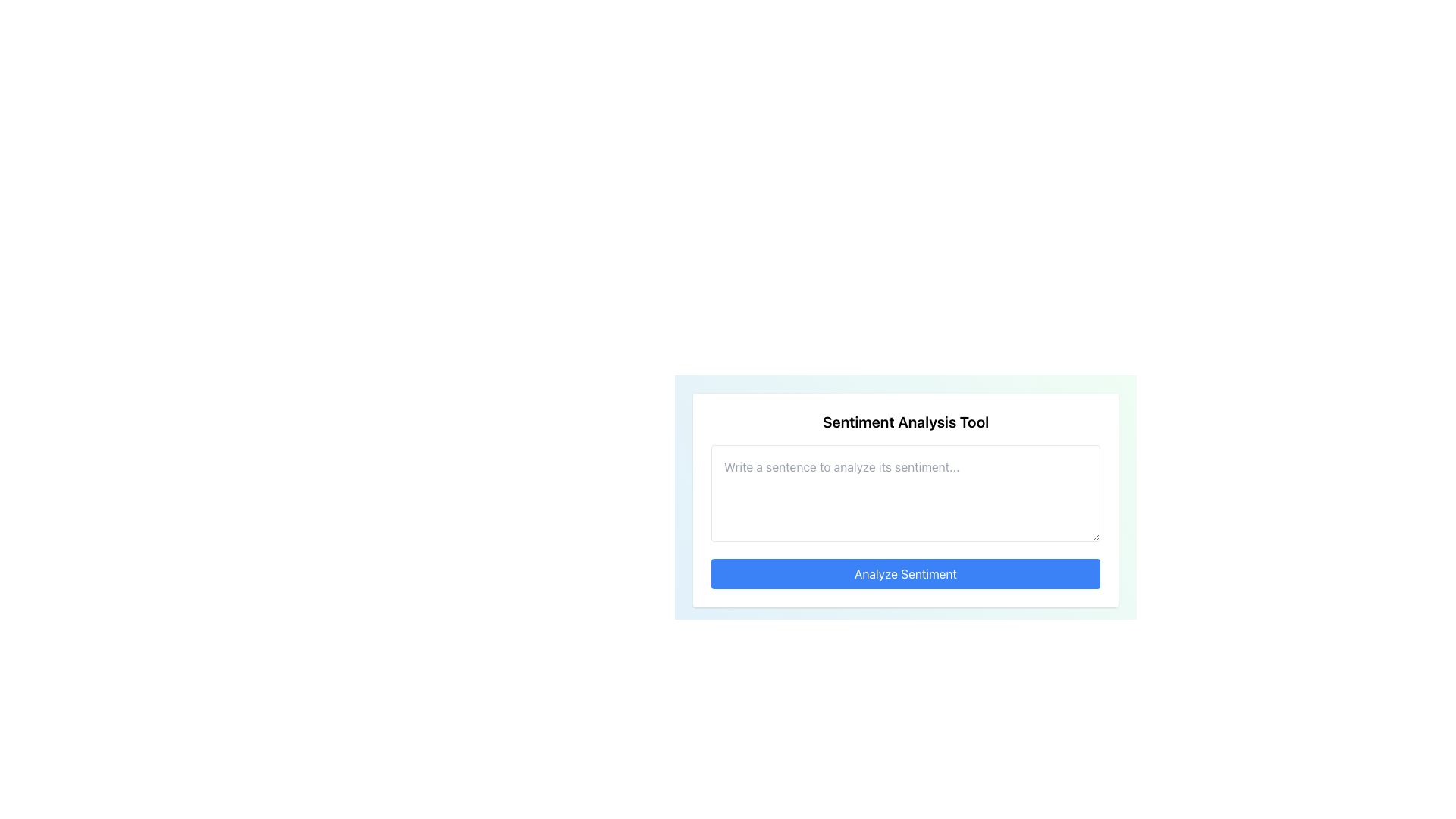  What do you see at coordinates (905, 422) in the screenshot?
I see `the text label which serves as the title or heading of the sentiment analysis tool interface, positioned above the text input box and button` at bounding box center [905, 422].